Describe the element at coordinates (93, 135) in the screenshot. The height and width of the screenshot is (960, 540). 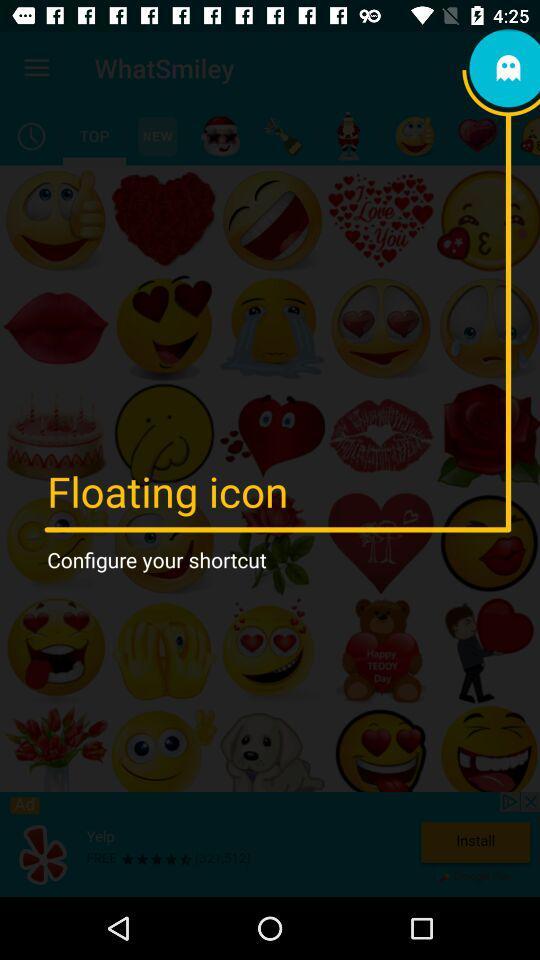
I see `top emojis` at that location.